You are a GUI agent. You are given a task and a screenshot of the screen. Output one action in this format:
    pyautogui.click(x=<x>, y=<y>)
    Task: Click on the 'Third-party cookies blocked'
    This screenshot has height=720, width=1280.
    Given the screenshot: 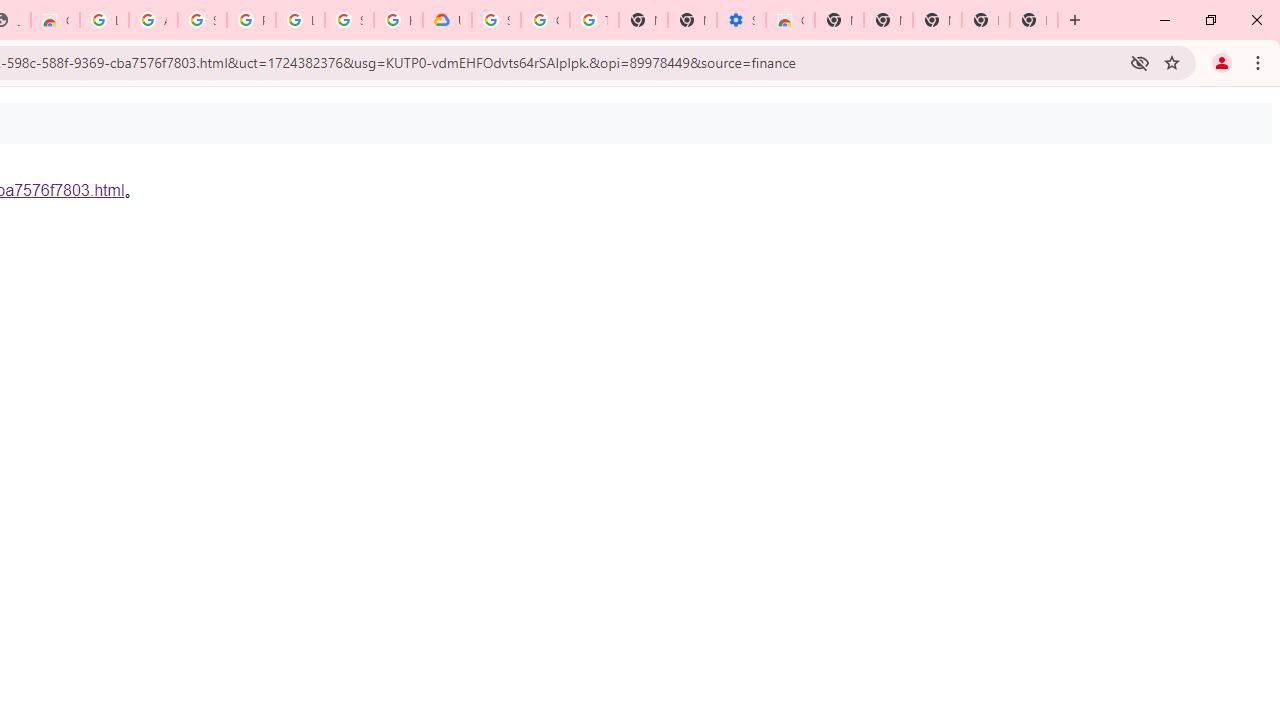 What is the action you would take?
    pyautogui.click(x=1139, y=61)
    